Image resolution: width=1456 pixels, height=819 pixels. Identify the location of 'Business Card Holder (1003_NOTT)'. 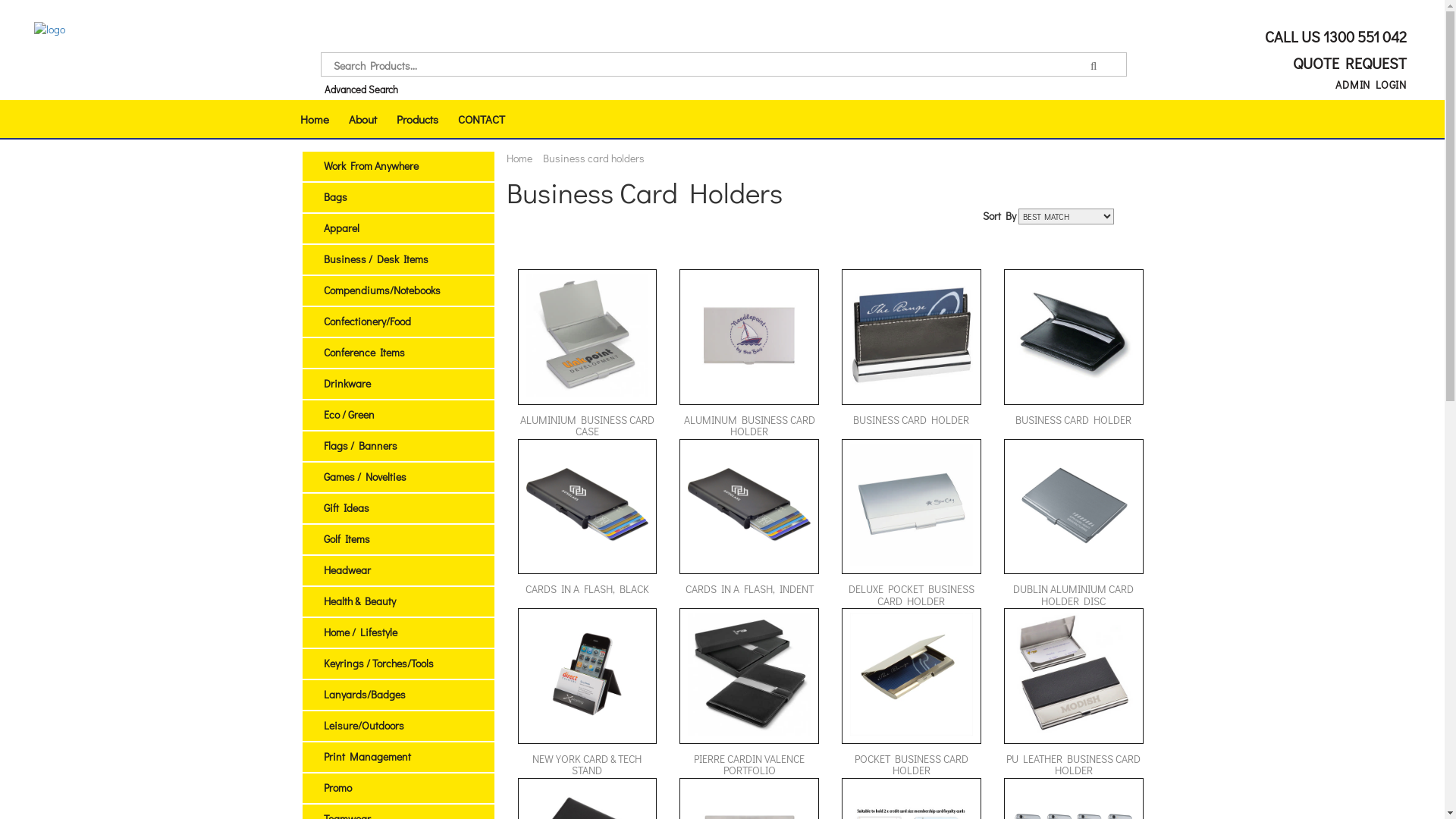
(910, 334).